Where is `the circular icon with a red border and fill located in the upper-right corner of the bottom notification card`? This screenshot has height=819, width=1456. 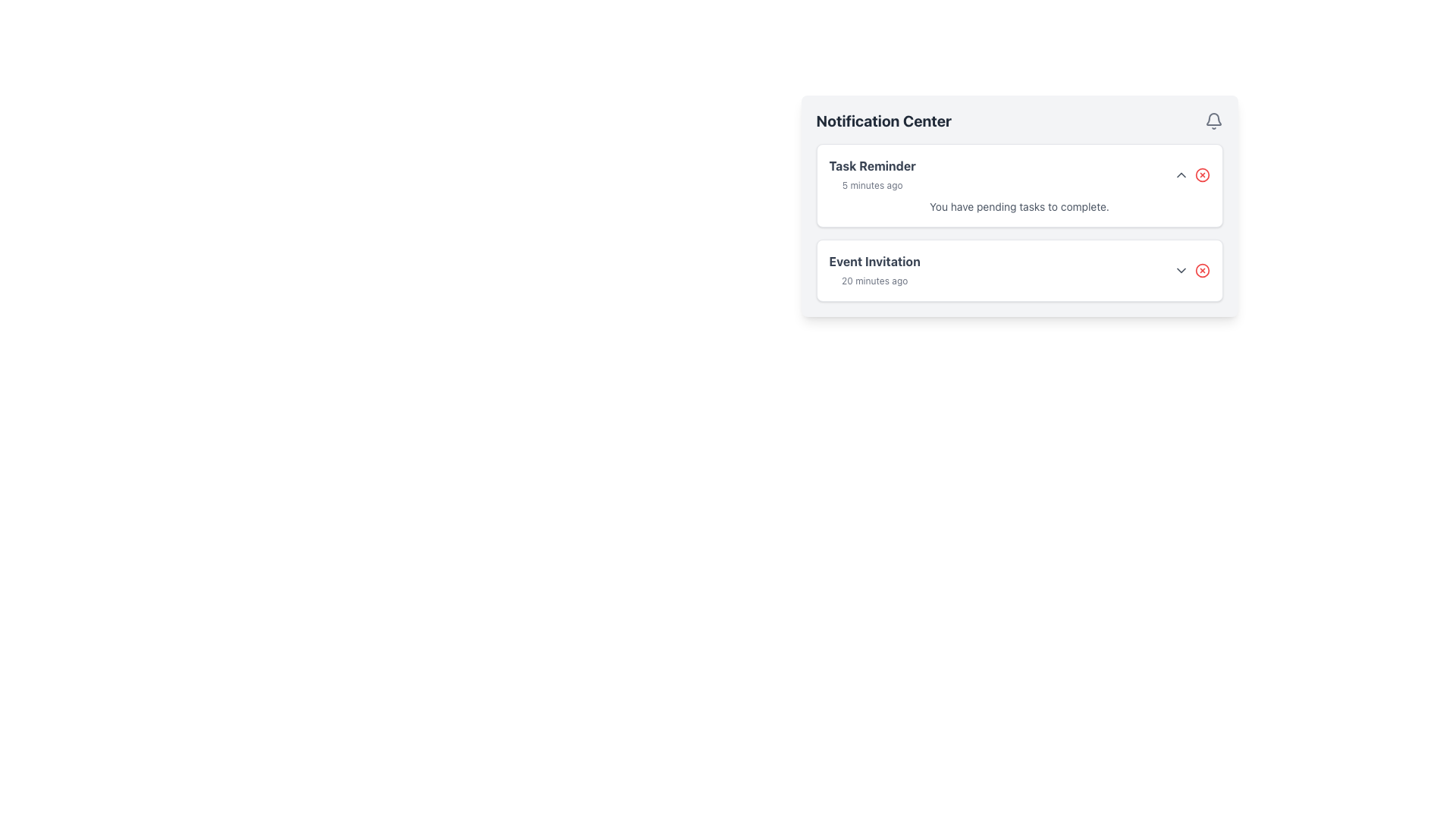 the circular icon with a red border and fill located in the upper-right corner of the bottom notification card is located at coordinates (1201, 270).